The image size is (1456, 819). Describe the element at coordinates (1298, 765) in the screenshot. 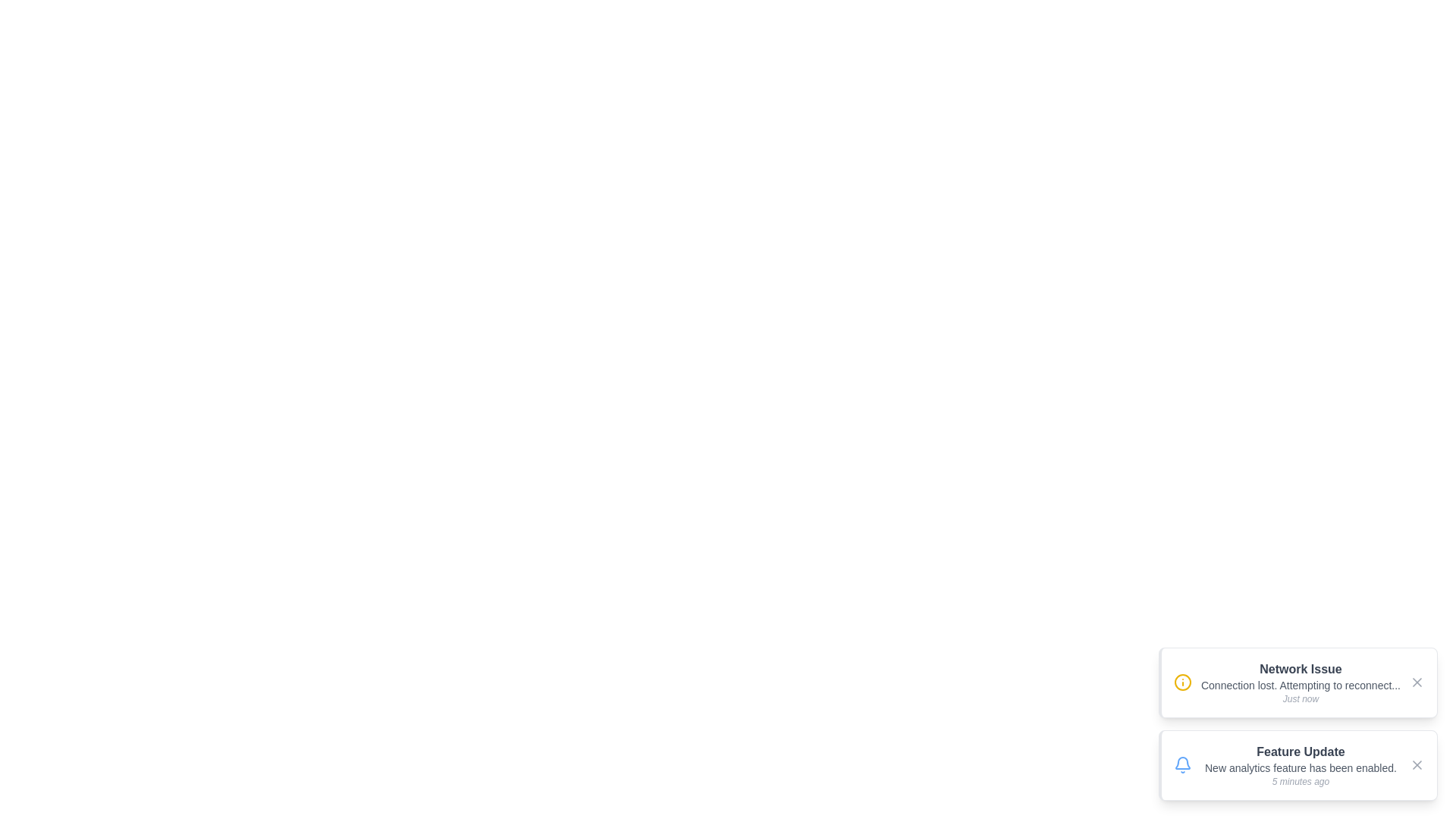

I see `the notification to view its details. The parameter 2 specifies which notification to interact with` at that location.